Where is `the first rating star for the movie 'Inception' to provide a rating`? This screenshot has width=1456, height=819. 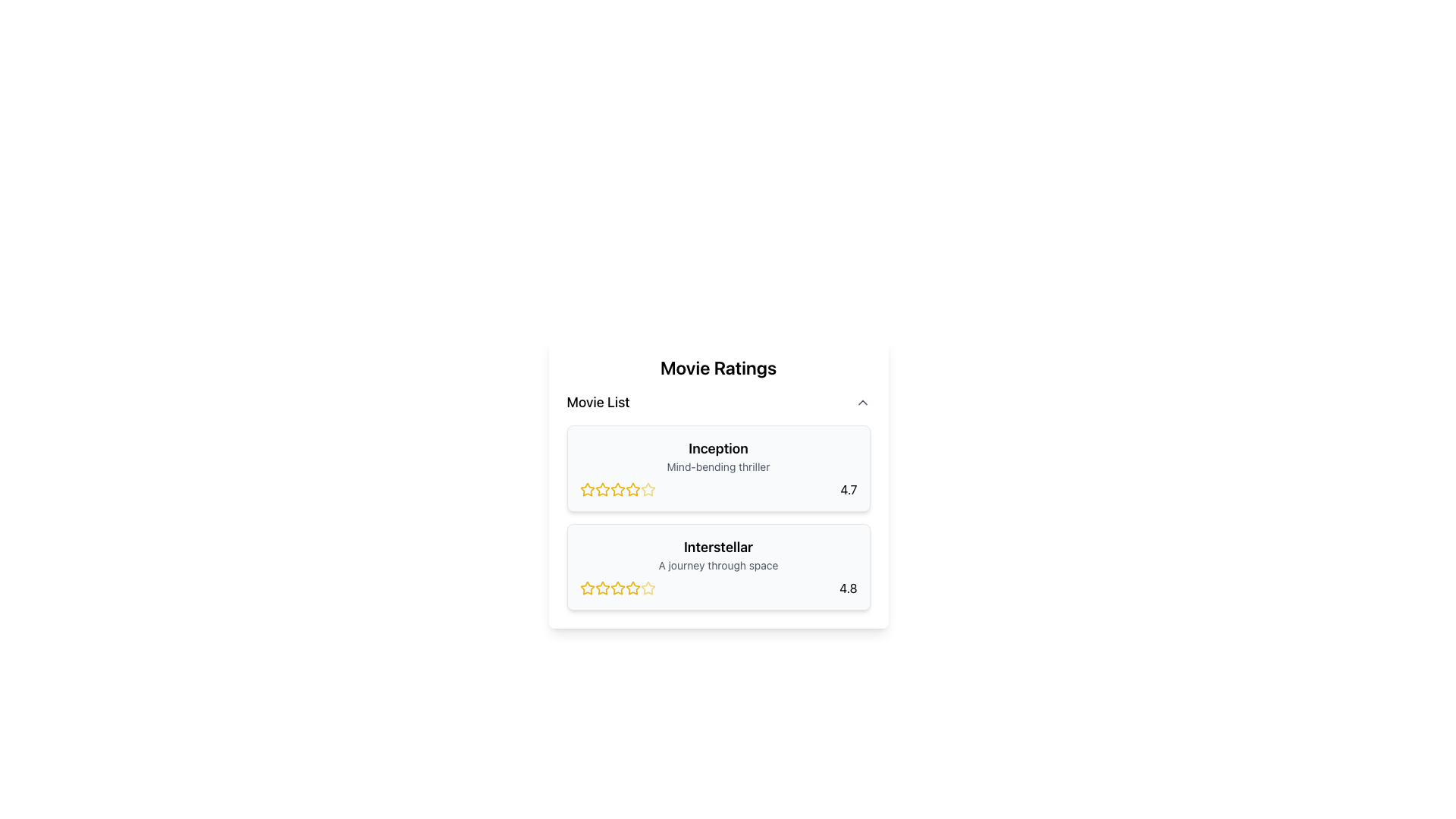
the first rating star for the movie 'Inception' to provide a rating is located at coordinates (586, 489).